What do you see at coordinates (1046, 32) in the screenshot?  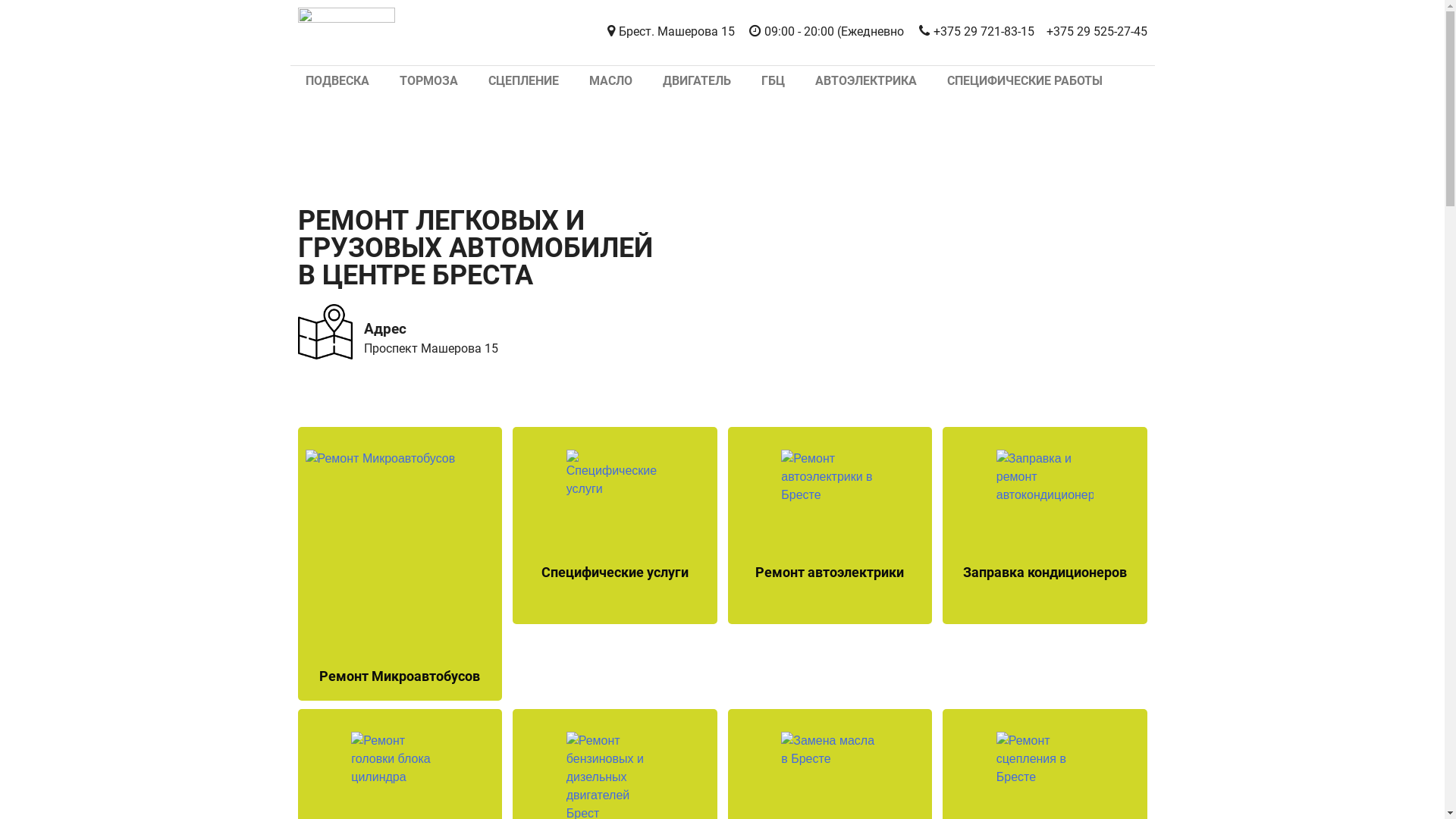 I see `'+375 29 525-27-45'` at bounding box center [1046, 32].